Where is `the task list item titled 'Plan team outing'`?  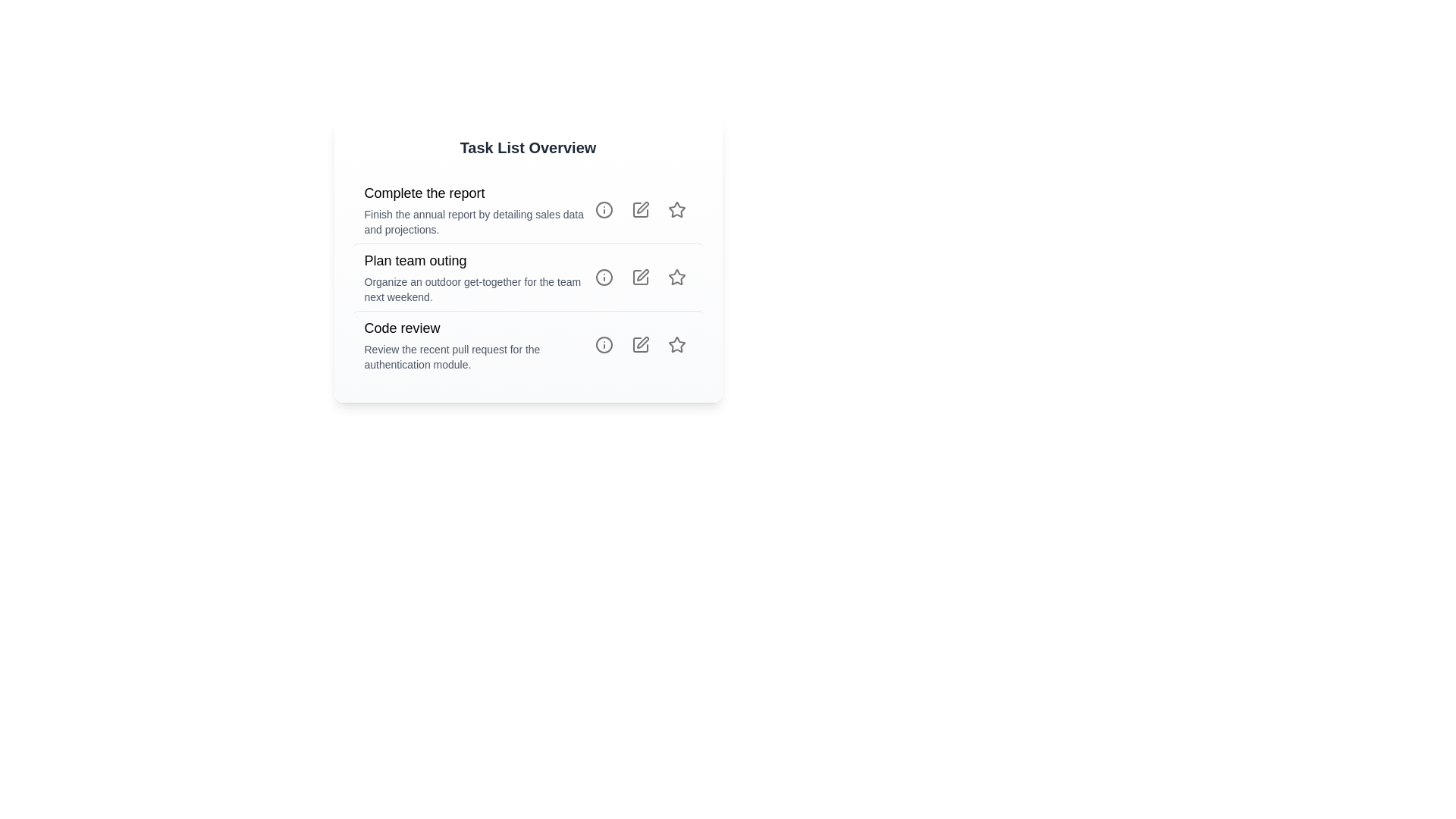 the task list item titled 'Plan team outing' is located at coordinates (528, 277).